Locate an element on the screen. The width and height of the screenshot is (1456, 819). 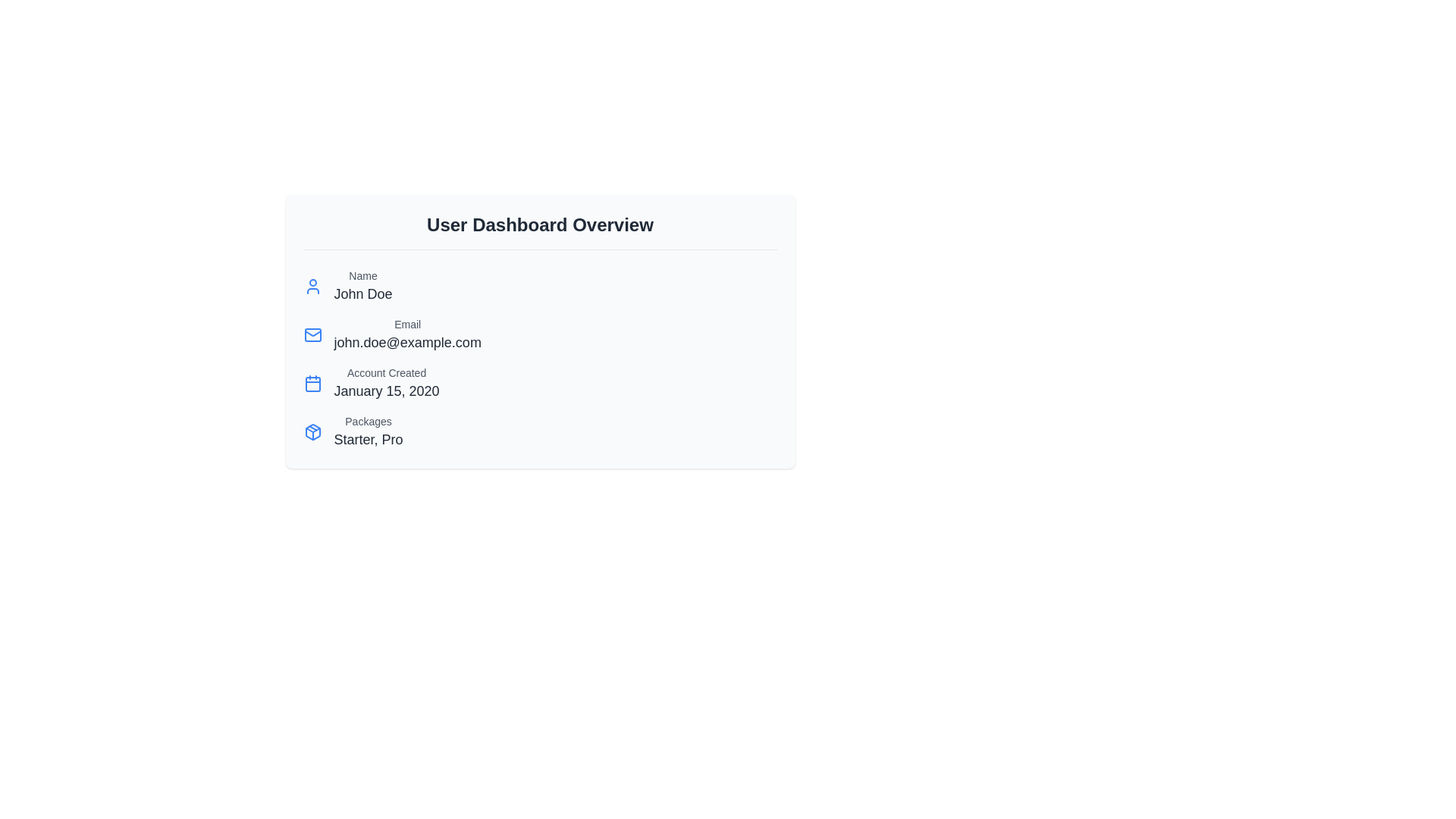
the decorative icon associated with the text 'Packages' and 'Starter, Pro' located at the bottom part of the summary box is located at coordinates (312, 432).